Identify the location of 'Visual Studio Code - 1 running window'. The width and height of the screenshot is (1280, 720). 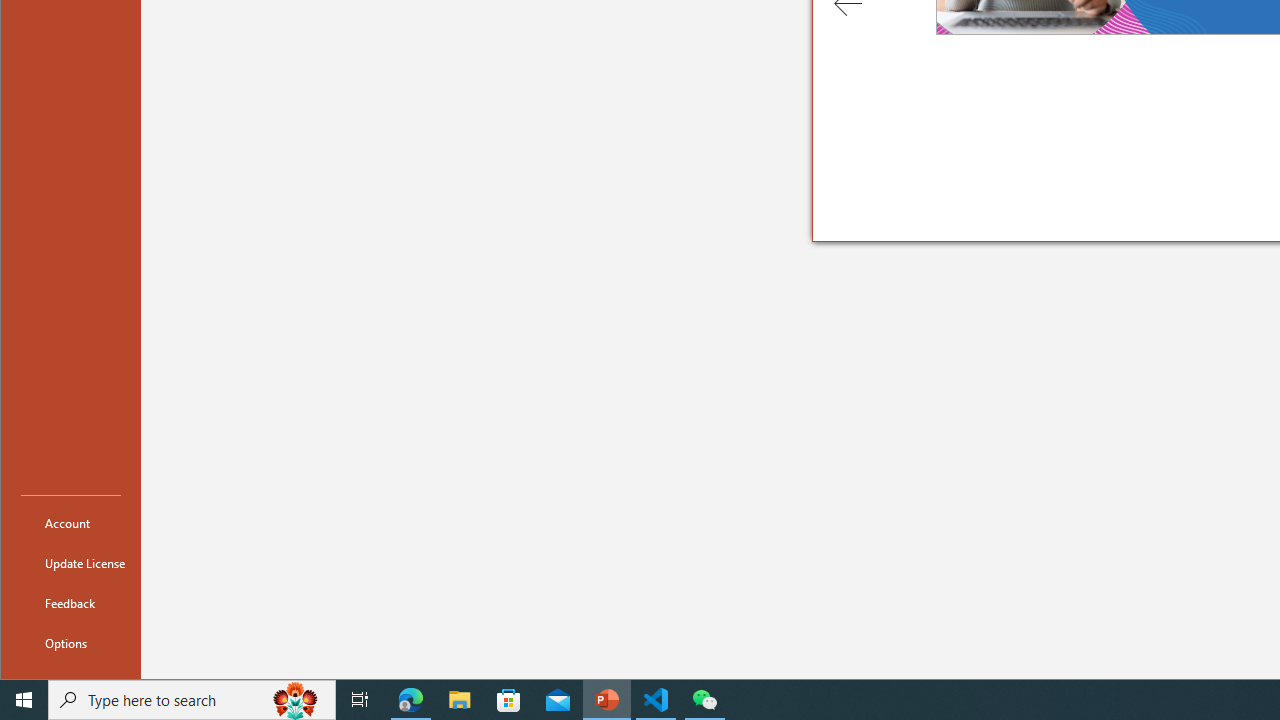
(656, 698).